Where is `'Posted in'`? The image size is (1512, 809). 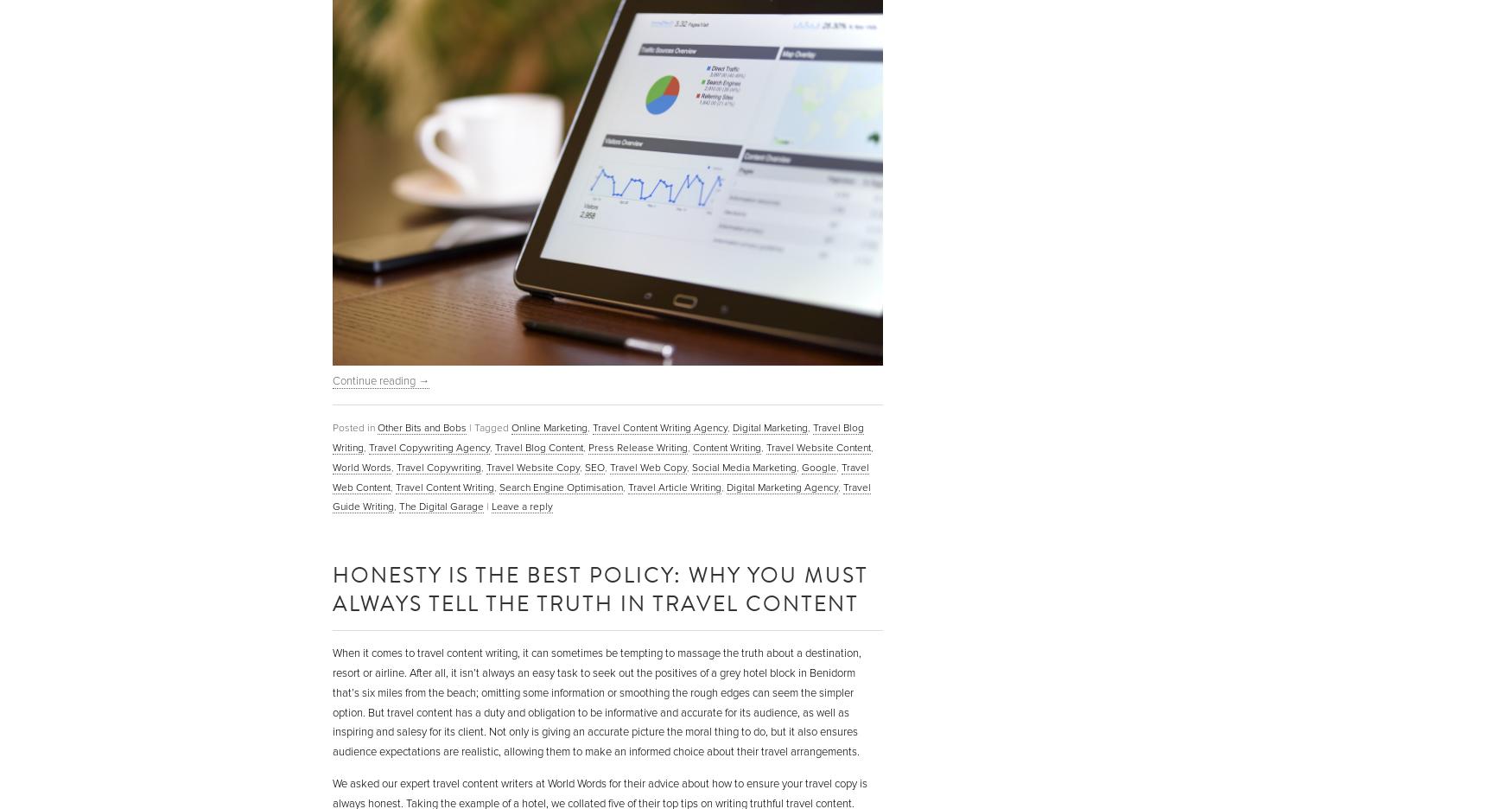
'Posted in' is located at coordinates (353, 426).